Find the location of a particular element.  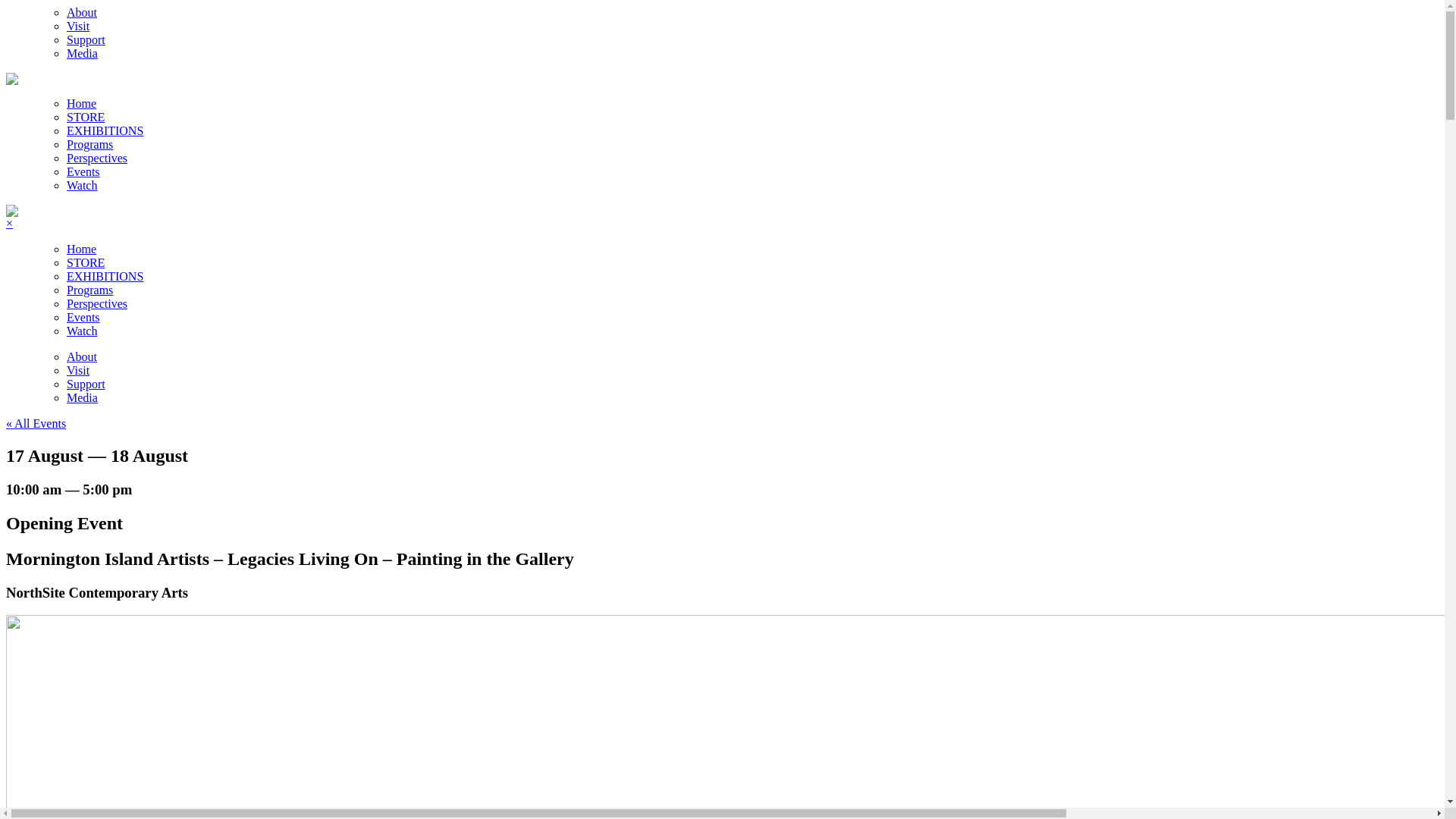

'EXHIBITIONS' is located at coordinates (104, 130).